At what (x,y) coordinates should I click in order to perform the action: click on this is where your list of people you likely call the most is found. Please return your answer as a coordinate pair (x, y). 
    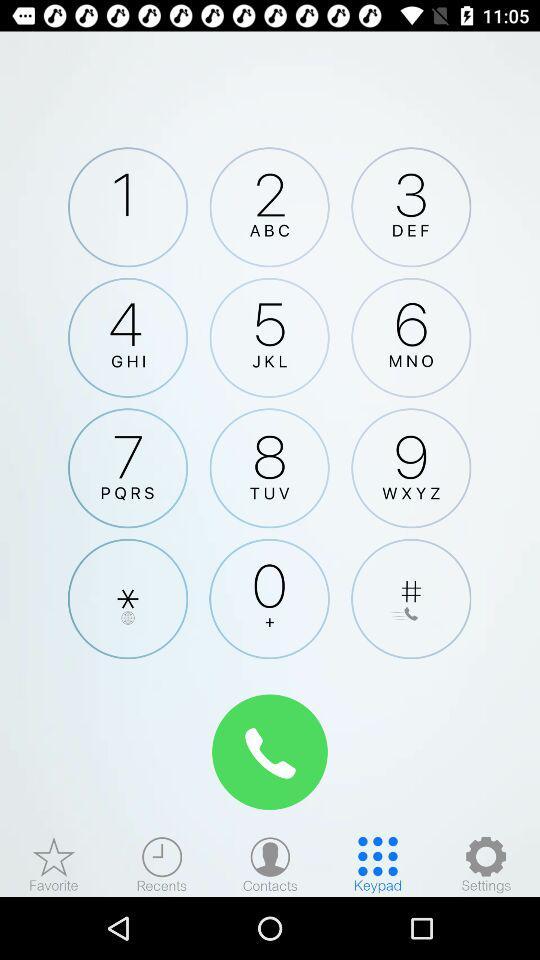
    Looking at the image, I should click on (54, 863).